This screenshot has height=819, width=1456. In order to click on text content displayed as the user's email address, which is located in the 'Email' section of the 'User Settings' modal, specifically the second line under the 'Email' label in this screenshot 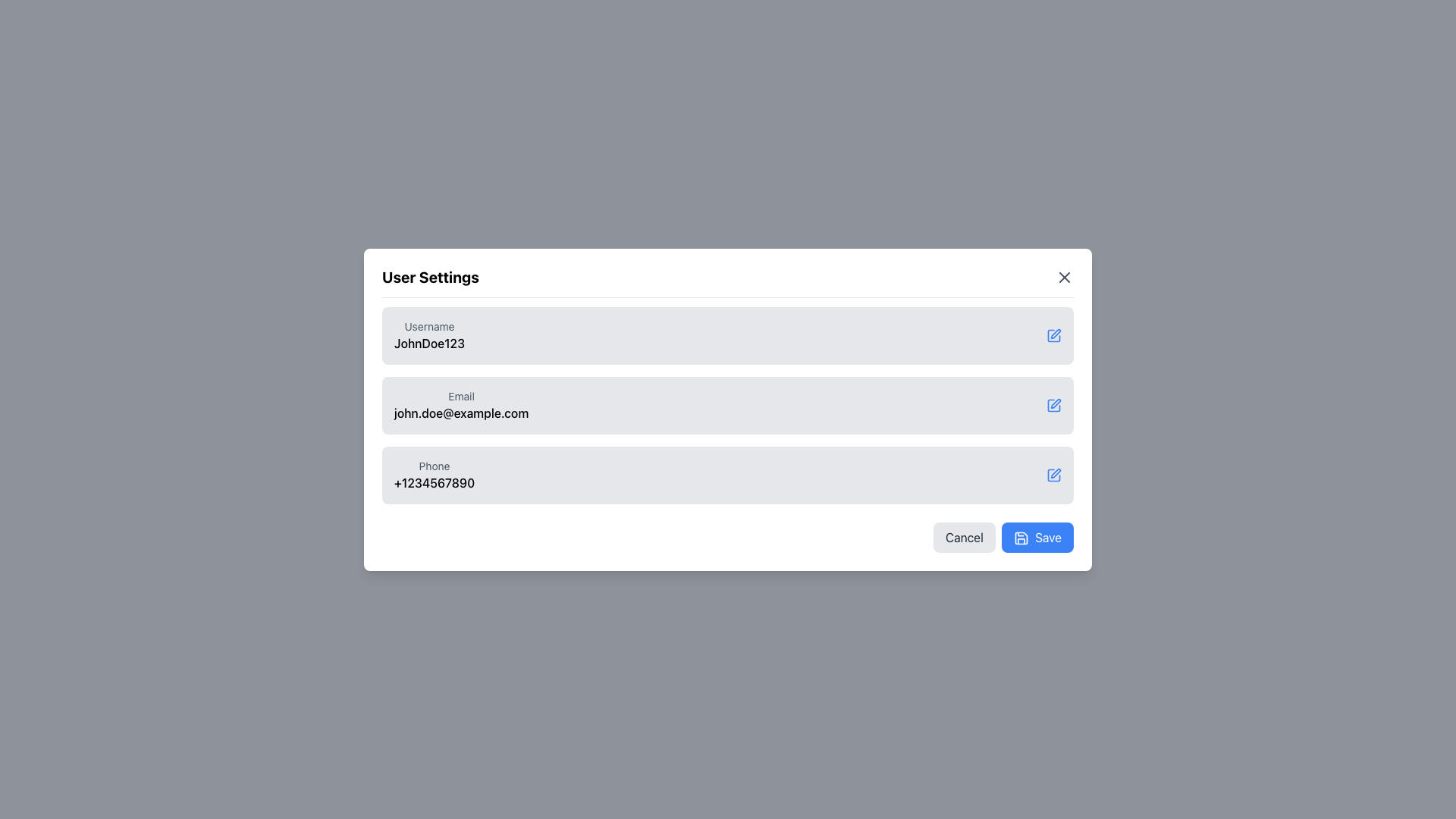, I will do `click(460, 413)`.